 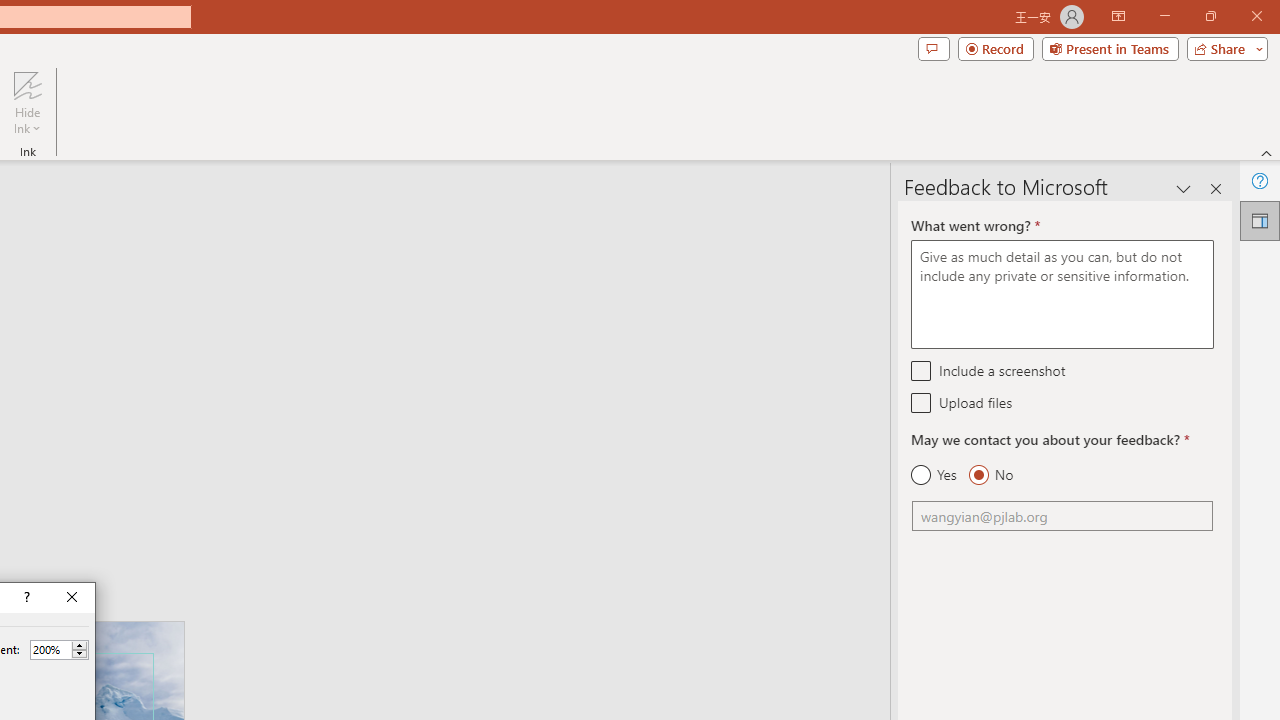 I want to click on 'Yes', so click(x=933, y=475).